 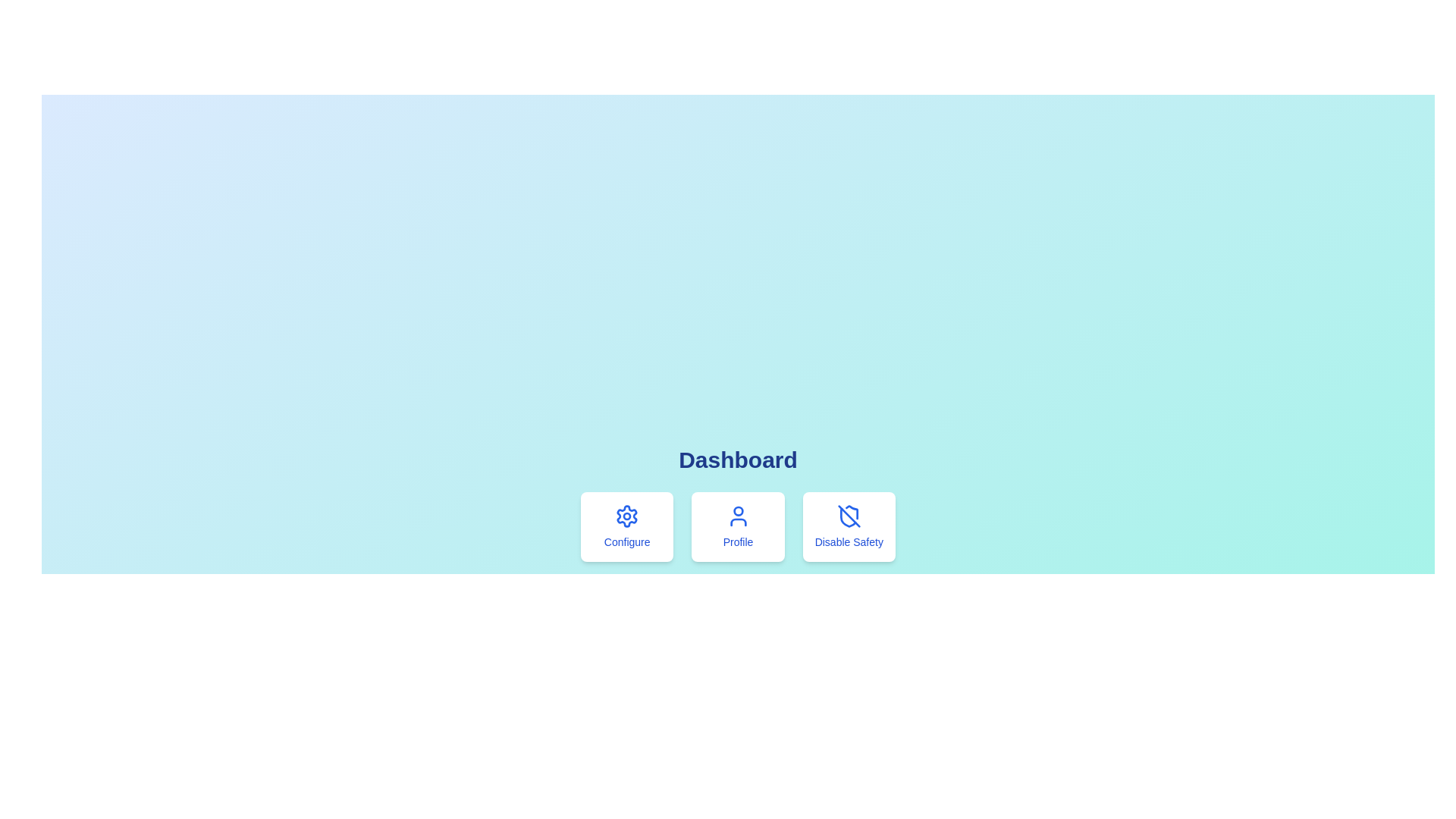 I want to click on the graphical settings icon located in the middle row of the main interface, so click(x=626, y=516).